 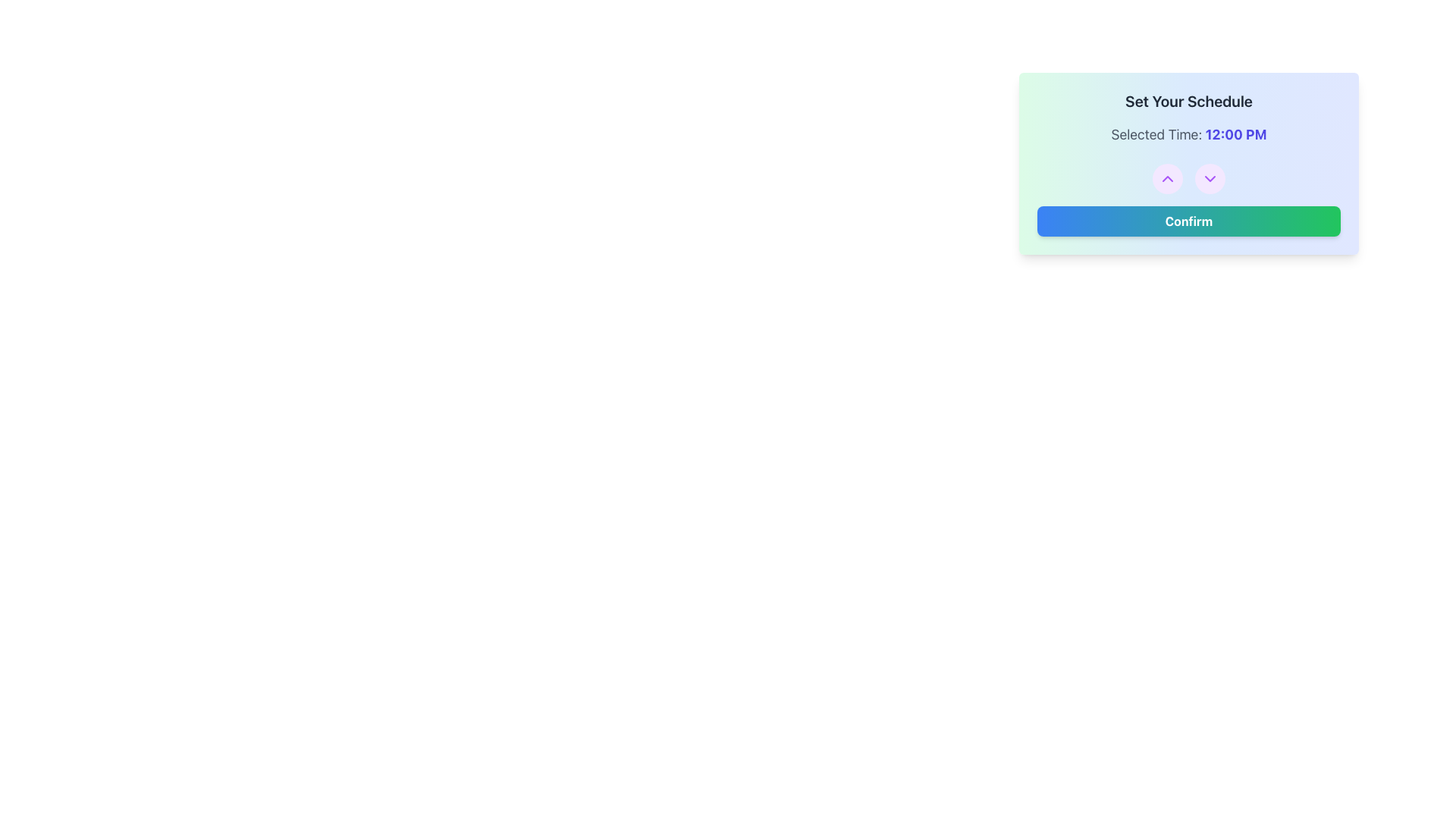 What do you see at coordinates (1210, 177) in the screenshot?
I see `the downward-pointing chevron arrow icon button styled in purple, located below the text 'Set Your Schedule' and 'Selected Time: 12:00 PM'` at bounding box center [1210, 177].